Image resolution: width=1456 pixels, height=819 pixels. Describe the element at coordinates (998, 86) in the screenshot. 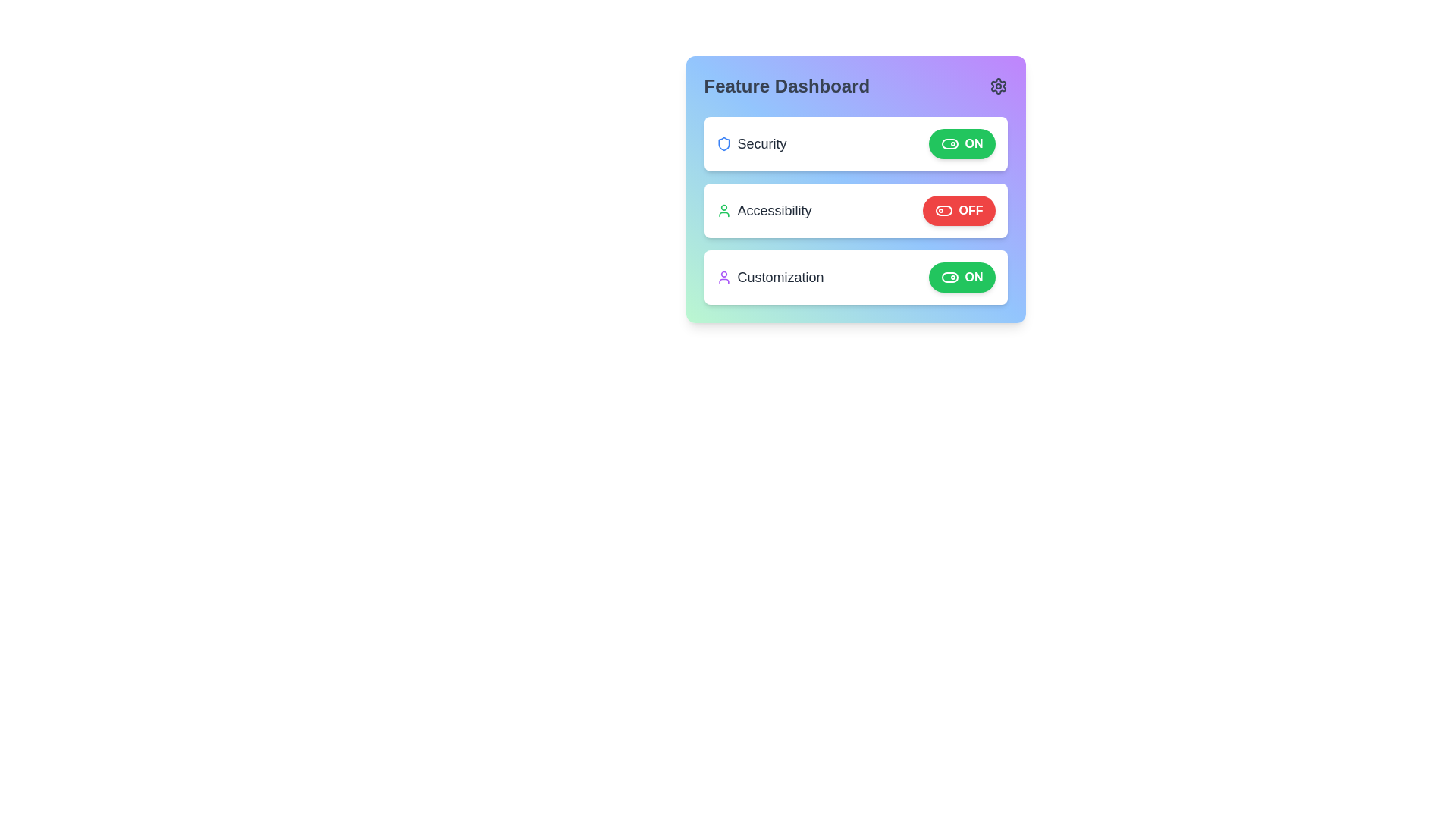

I see `the settings icon to open the settings menu` at that location.